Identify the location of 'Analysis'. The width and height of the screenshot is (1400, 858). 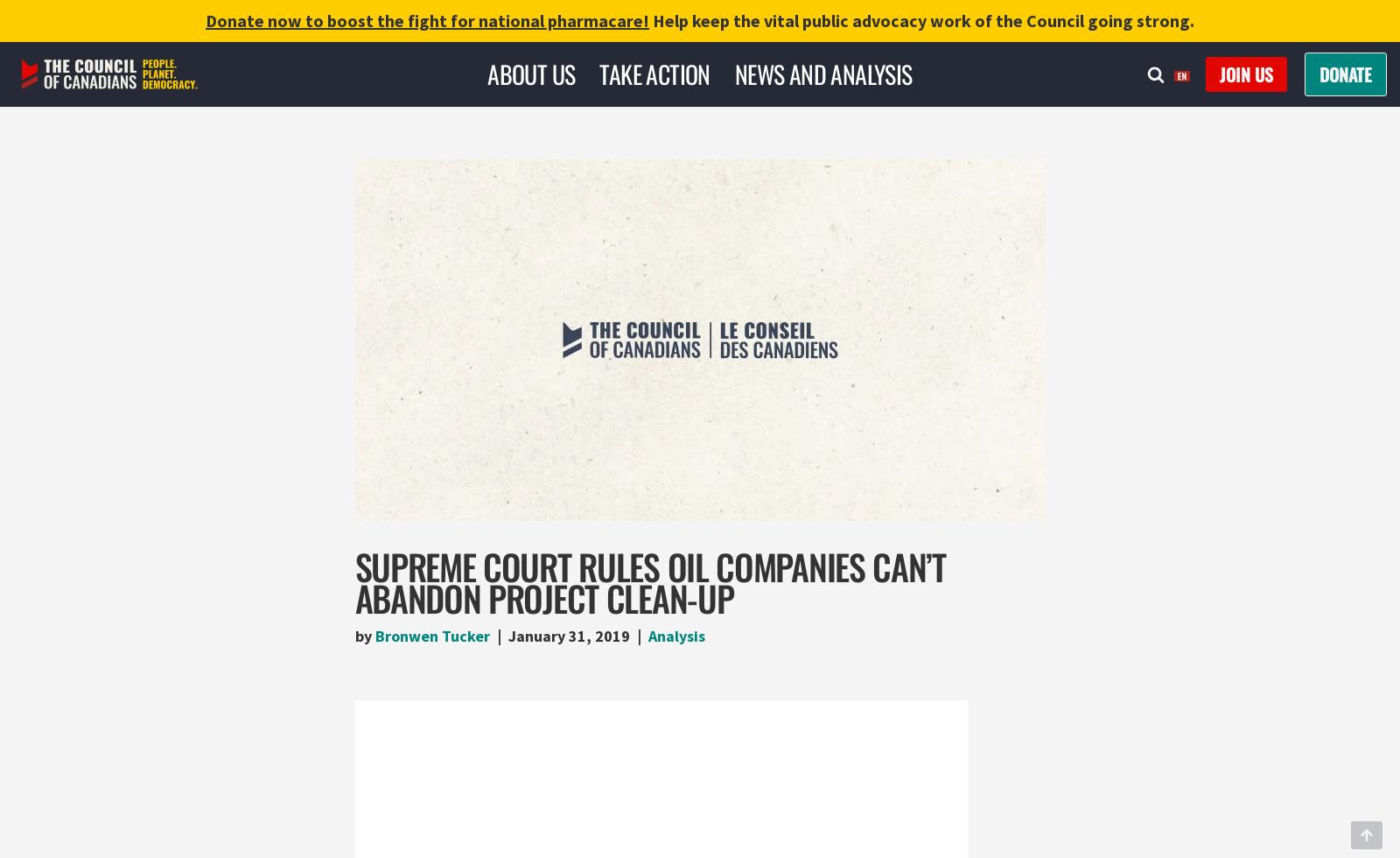
(675, 635).